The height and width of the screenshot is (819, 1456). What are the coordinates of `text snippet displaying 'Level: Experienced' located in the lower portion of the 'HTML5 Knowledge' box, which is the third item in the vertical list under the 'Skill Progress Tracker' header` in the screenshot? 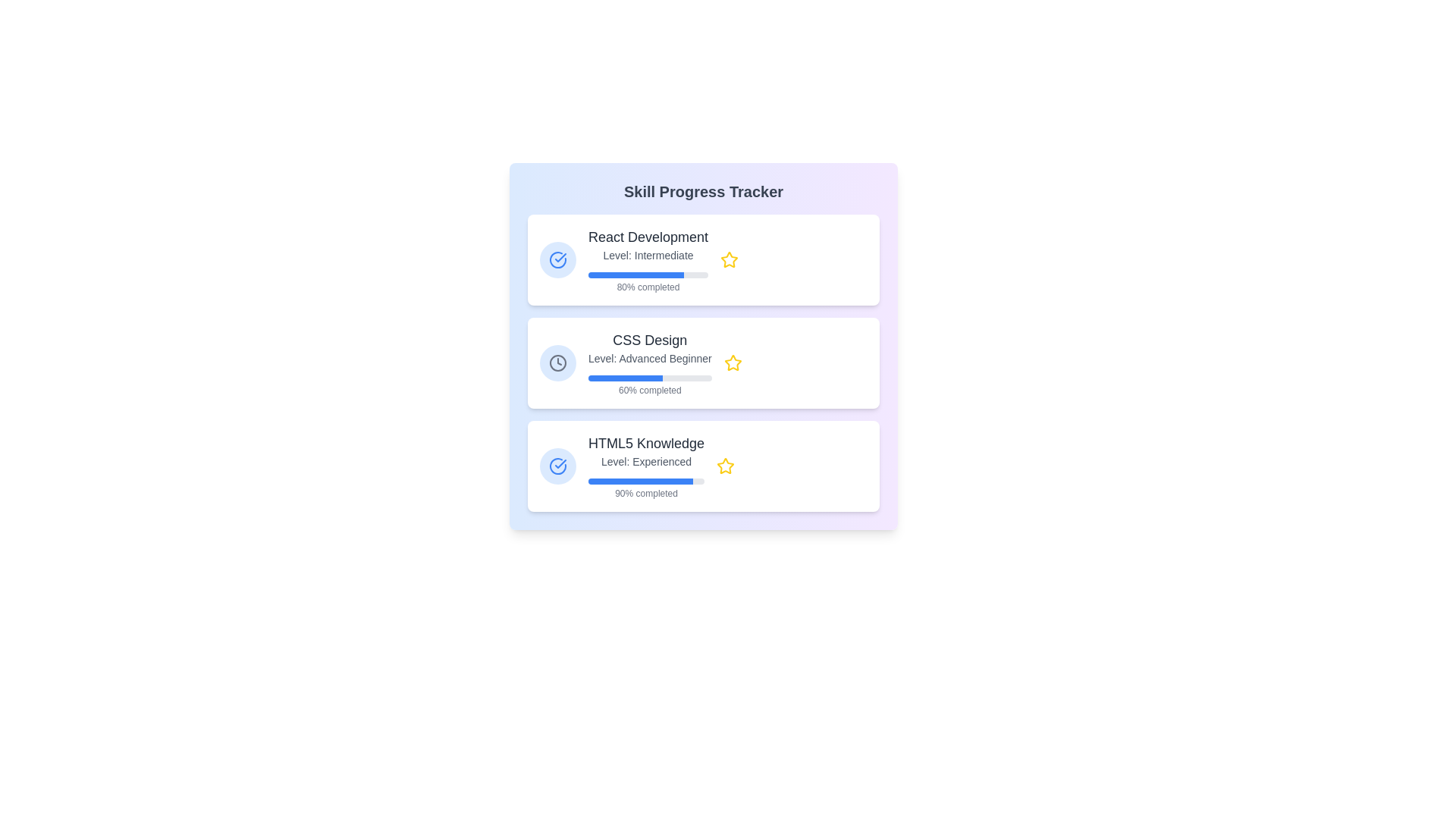 It's located at (646, 461).